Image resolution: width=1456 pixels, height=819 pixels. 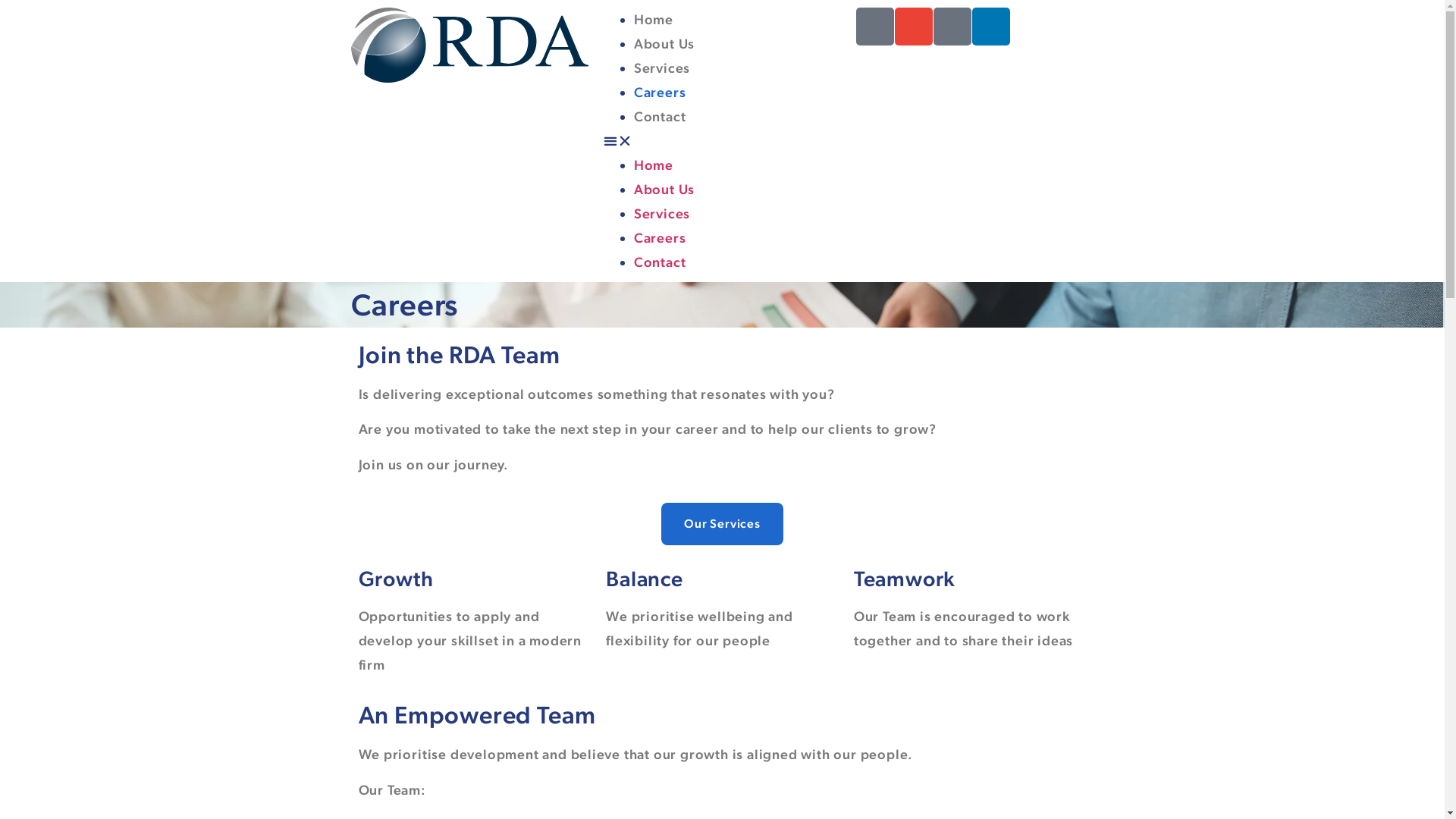 I want to click on 'About Us', so click(x=664, y=188).